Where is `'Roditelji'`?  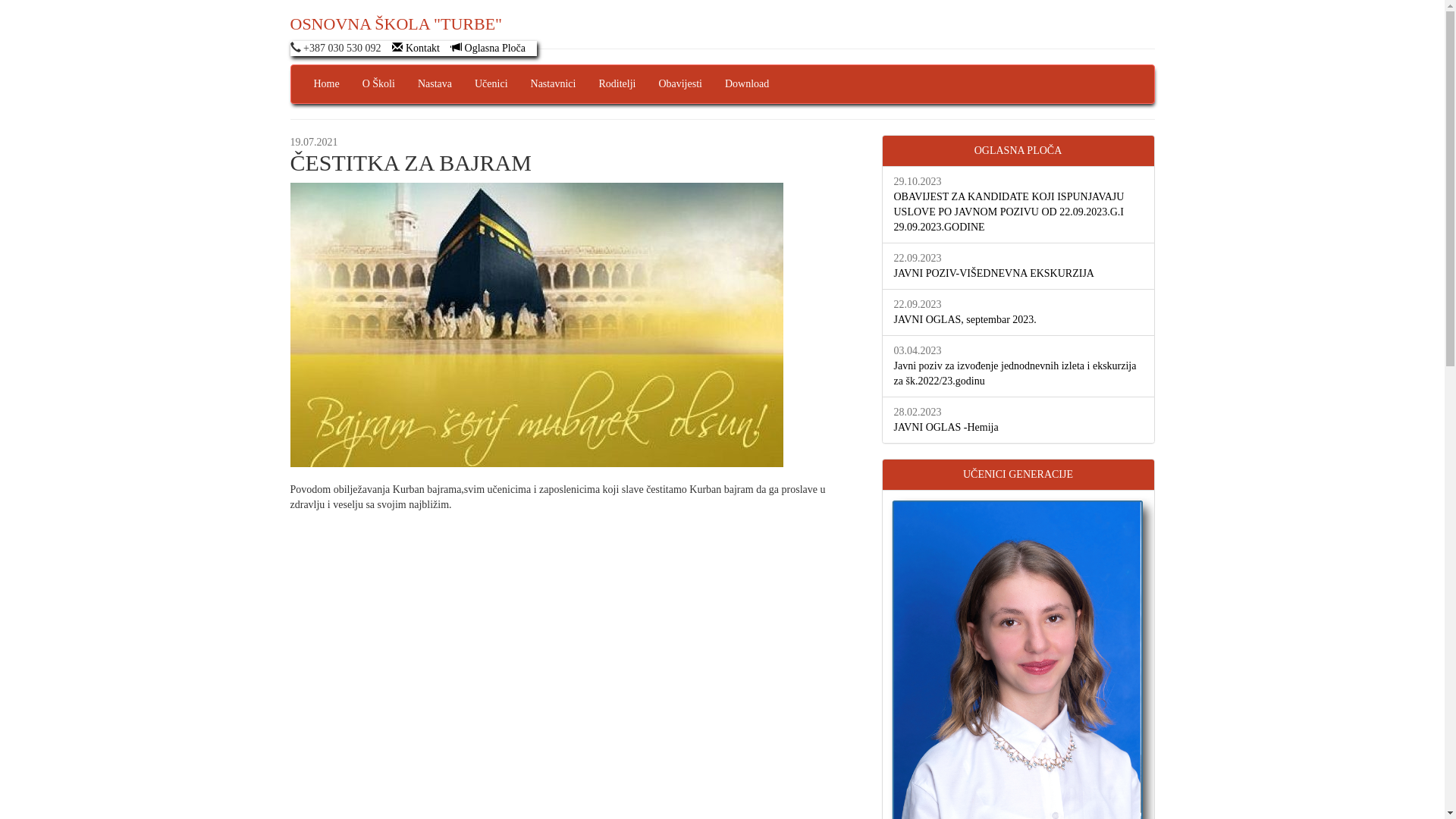
'Roditelji' is located at coordinates (585, 84).